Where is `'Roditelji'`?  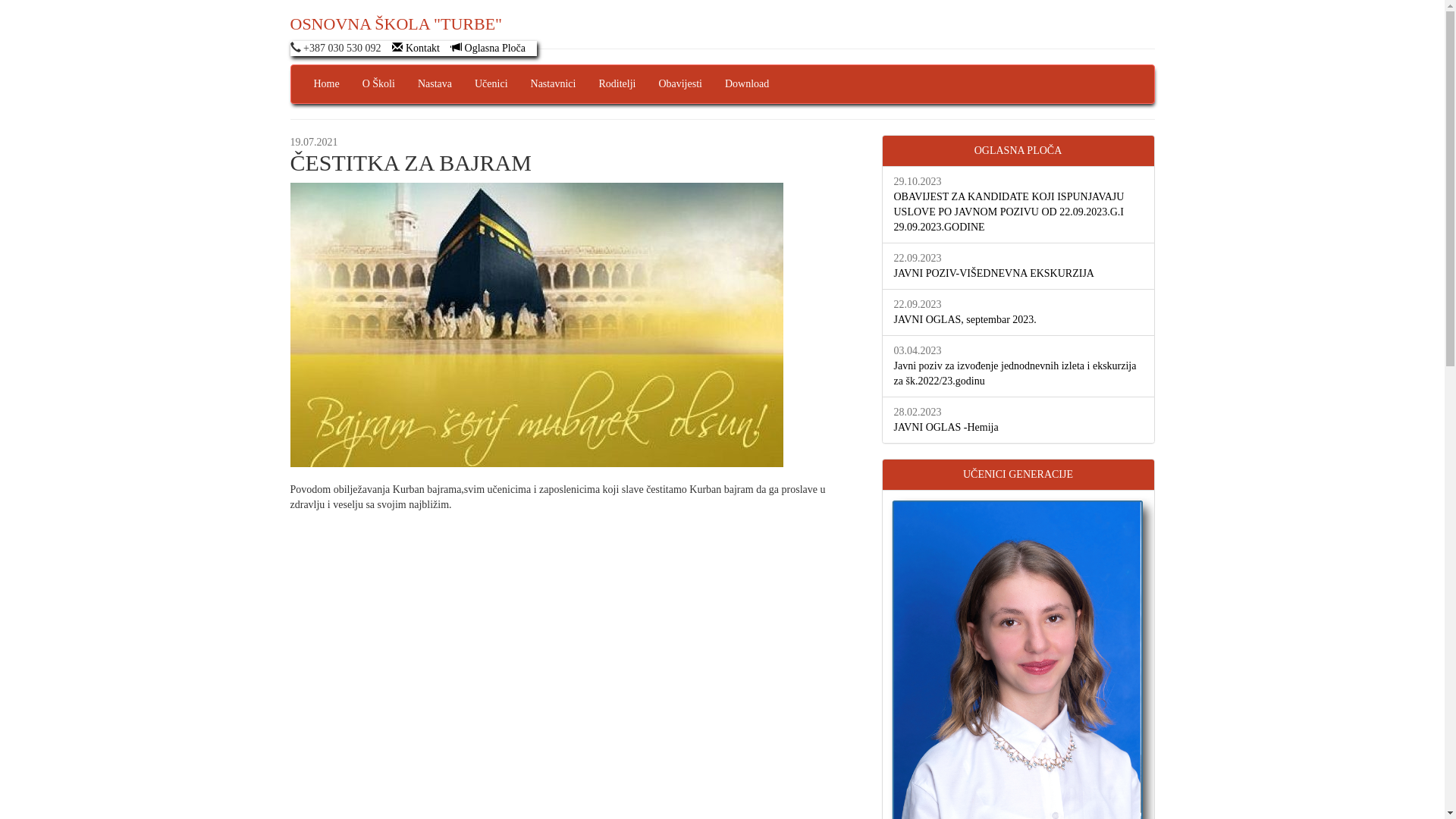
'Roditelji' is located at coordinates (585, 84).